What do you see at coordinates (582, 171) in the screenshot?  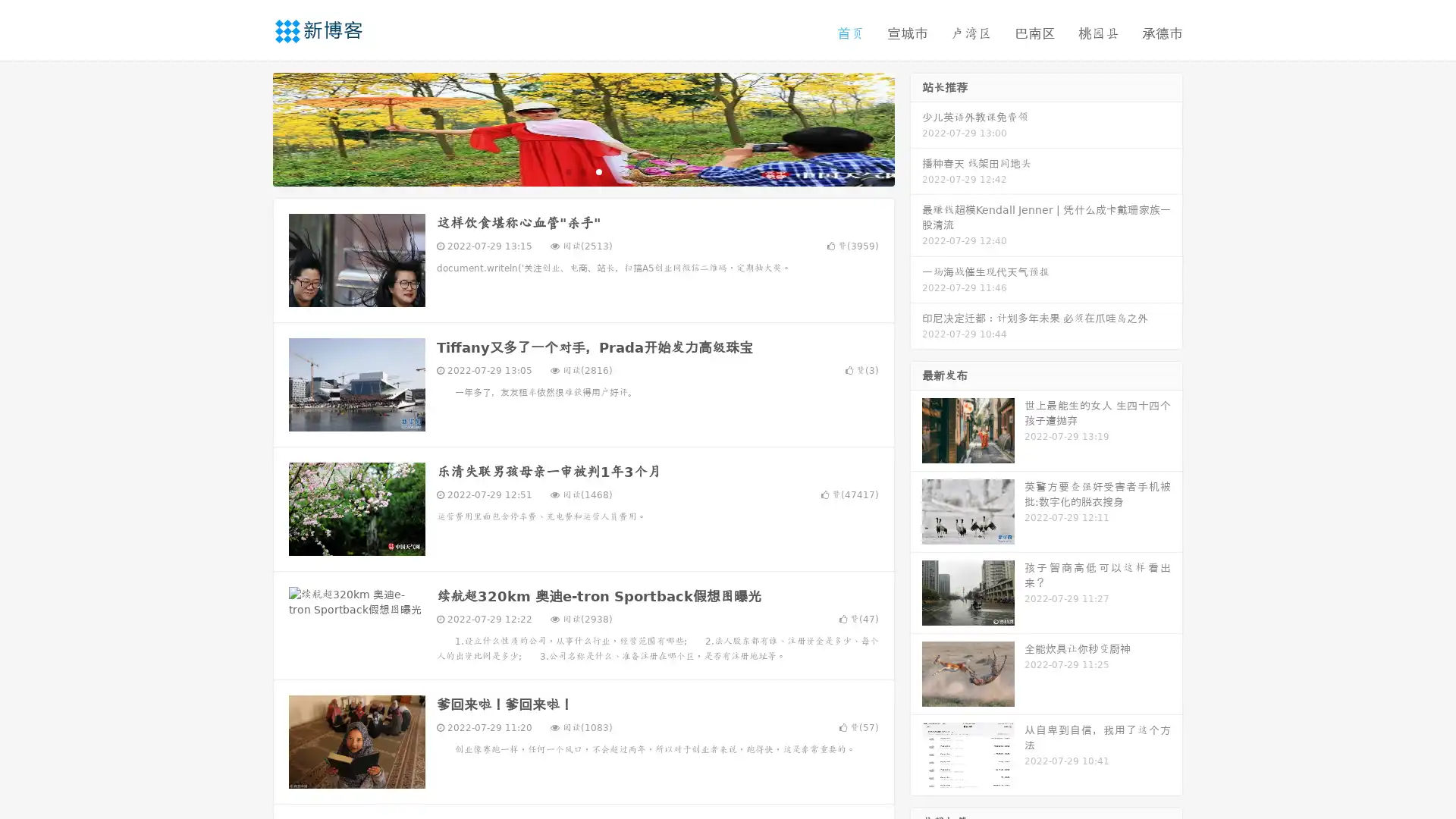 I see `Go to slide 2` at bounding box center [582, 171].